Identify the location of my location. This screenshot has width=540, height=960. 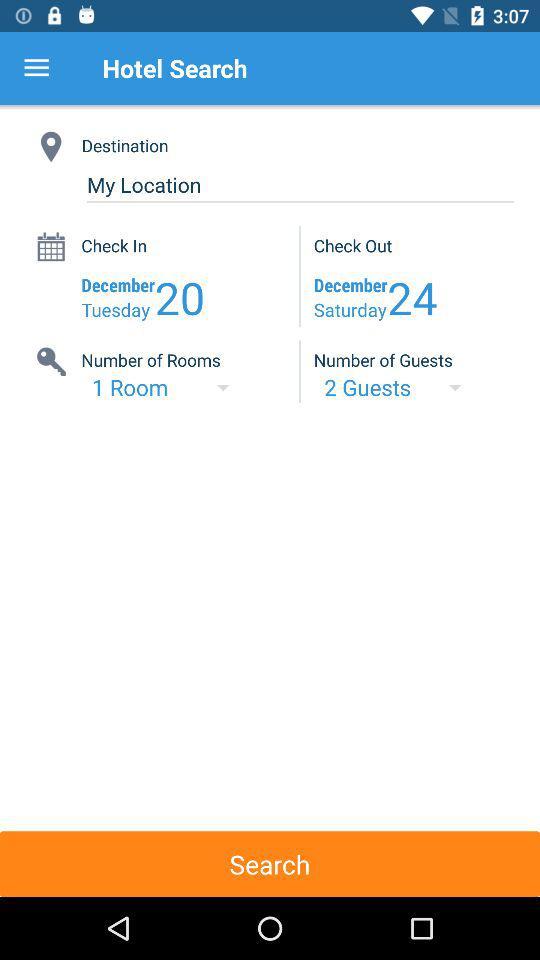
(299, 185).